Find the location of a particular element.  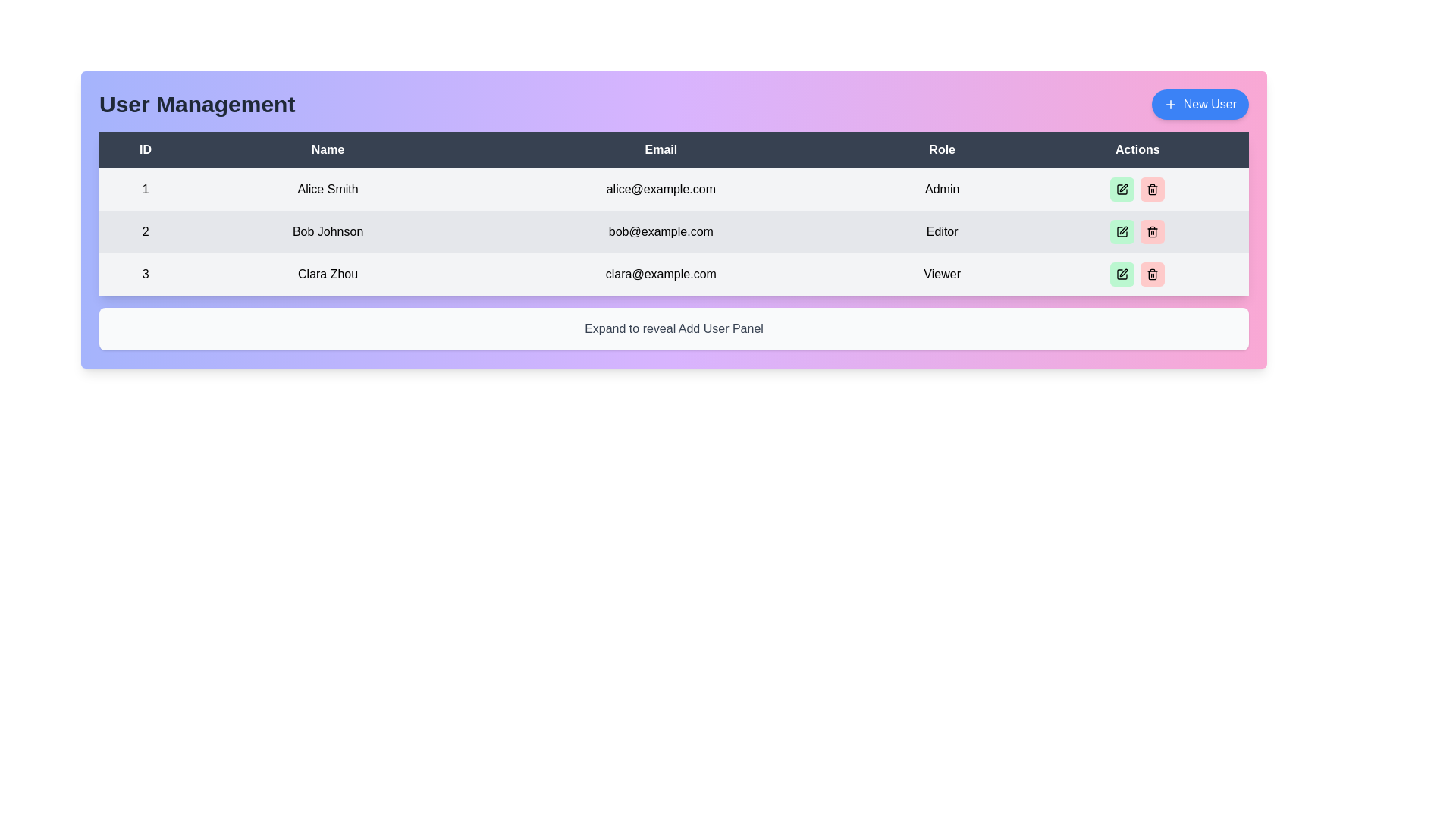

the 'Role' header in the table, which is the fourth element in the row layout, indicating the titles of listed entities is located at coordinates (941, 149).